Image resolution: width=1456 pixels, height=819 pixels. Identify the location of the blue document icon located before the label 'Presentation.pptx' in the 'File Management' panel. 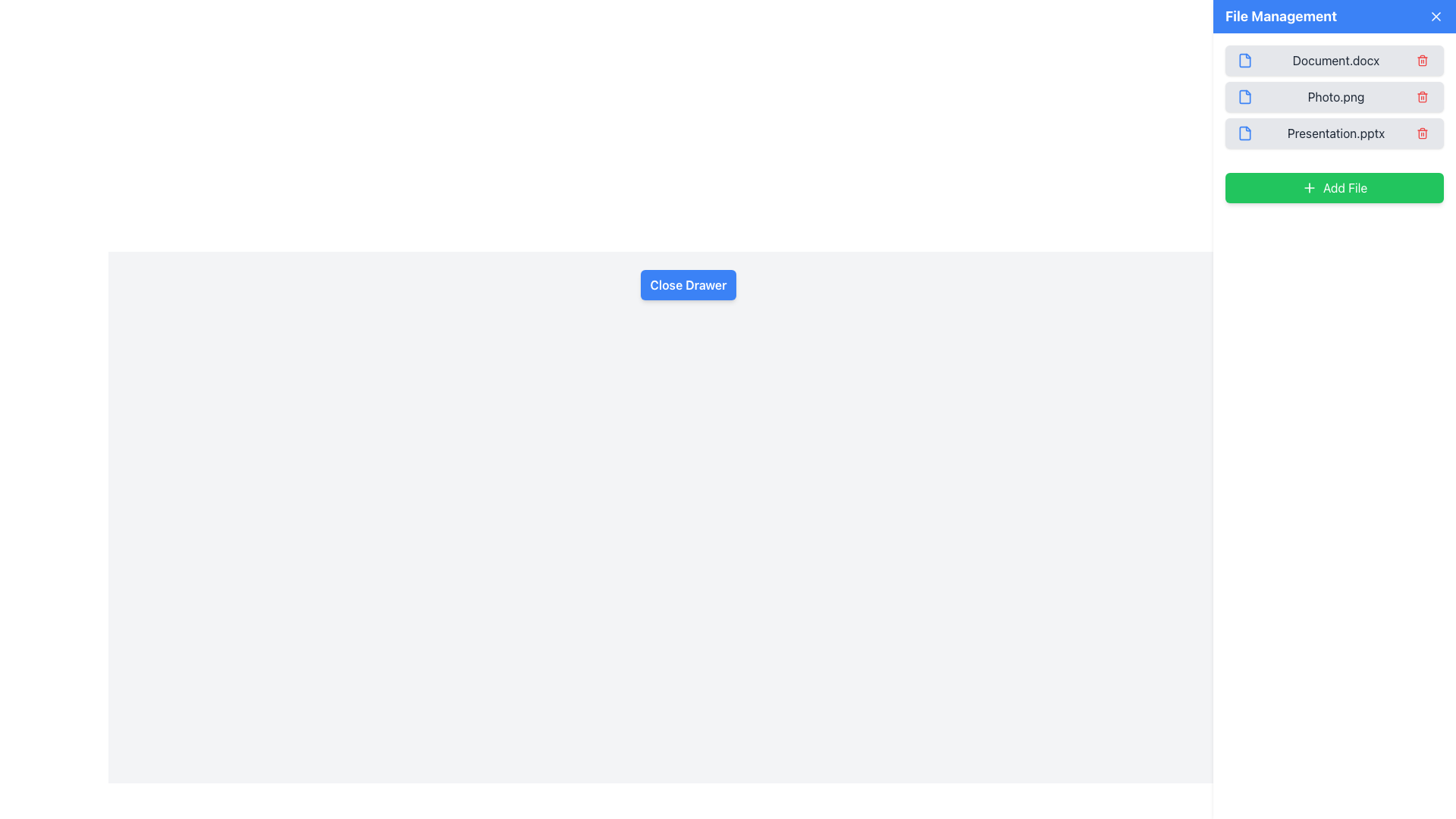
(1244, 133).